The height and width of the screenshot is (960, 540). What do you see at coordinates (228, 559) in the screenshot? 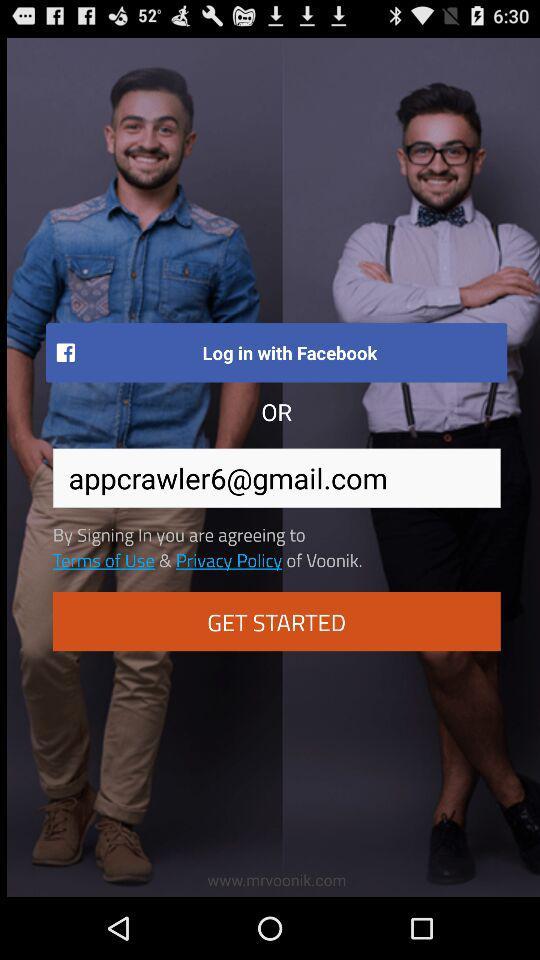
I see `item next to  of voonik.  item` at bounding box center [228, 559].